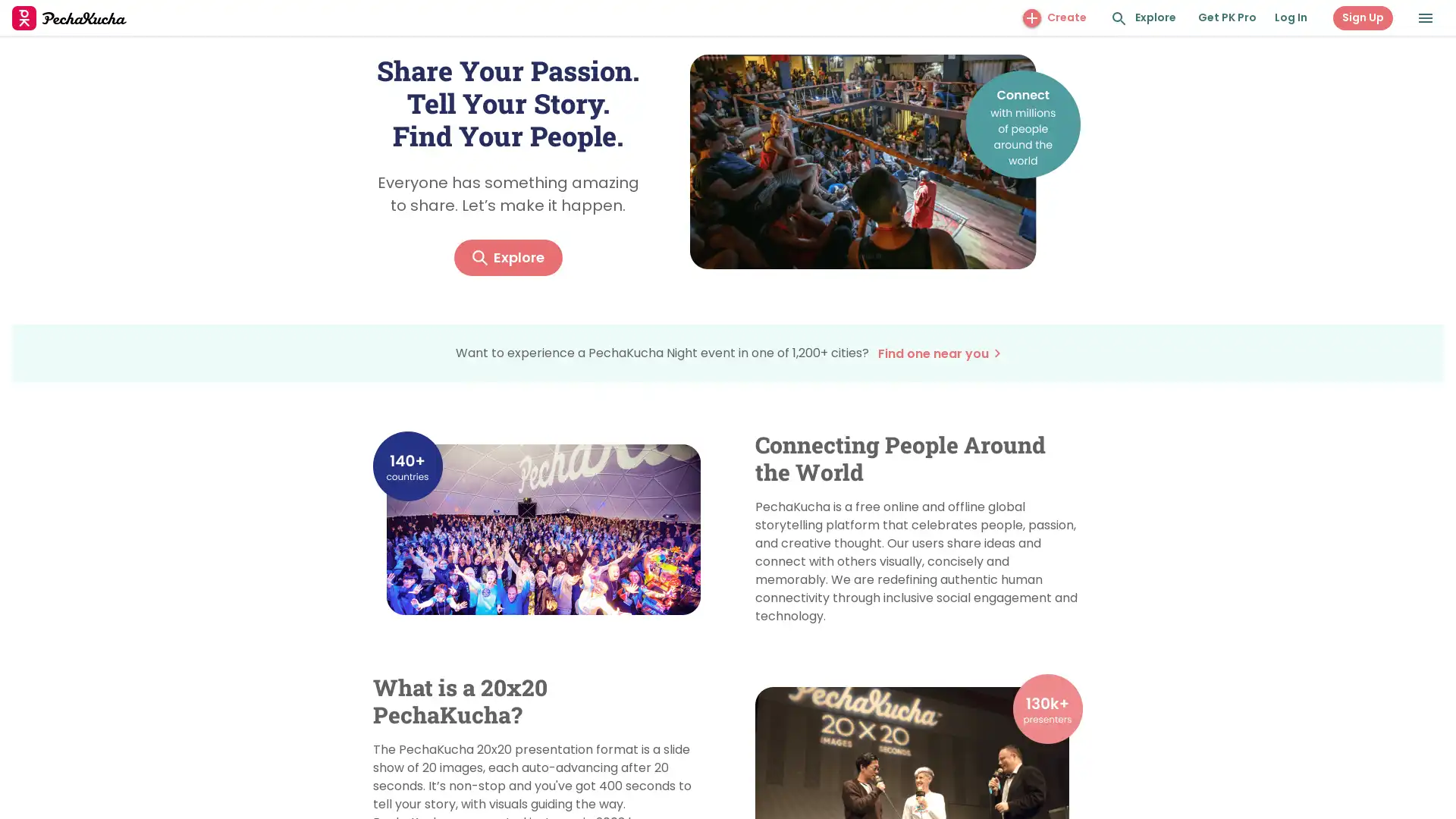  I want to click on Sign Up, so click(1363, 17).